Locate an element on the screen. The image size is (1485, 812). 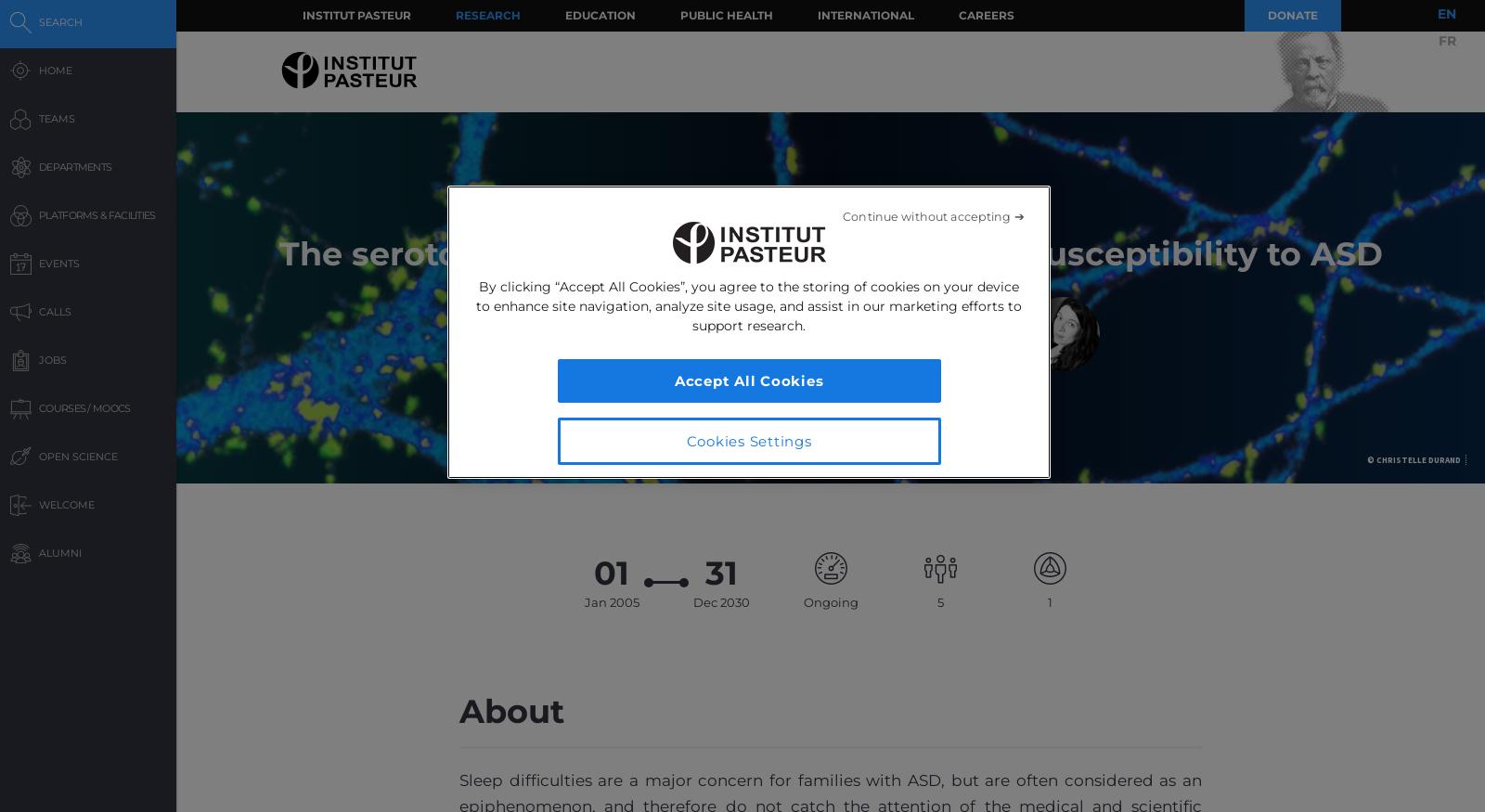
'EN' is located at coordinates (1447, 12).